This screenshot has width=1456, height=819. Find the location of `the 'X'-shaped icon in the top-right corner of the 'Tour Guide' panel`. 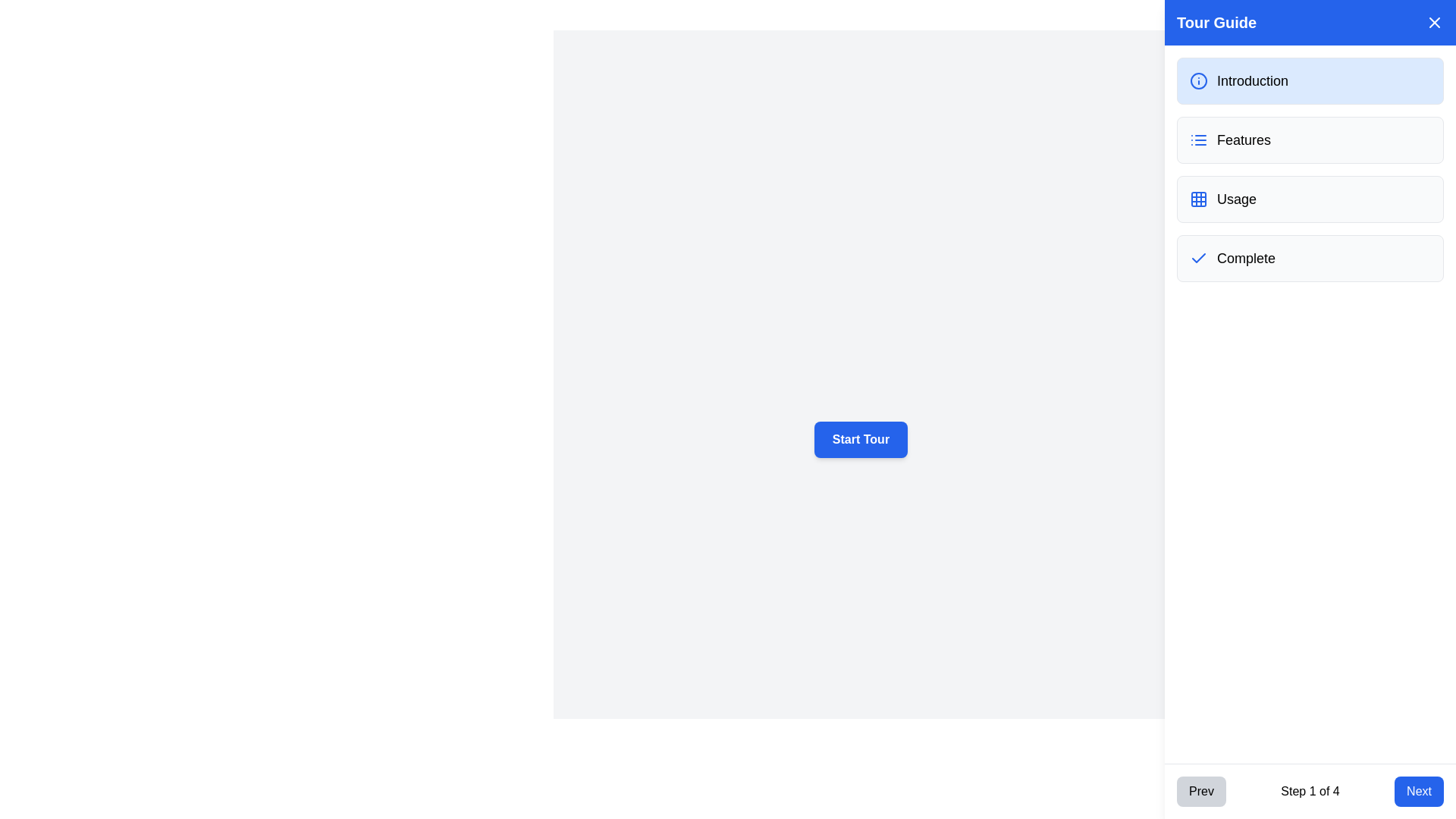

the 'X'-shaped icon in the top-right corner of the 'Tour Guide' panel is located at coordinates (1433, 23).